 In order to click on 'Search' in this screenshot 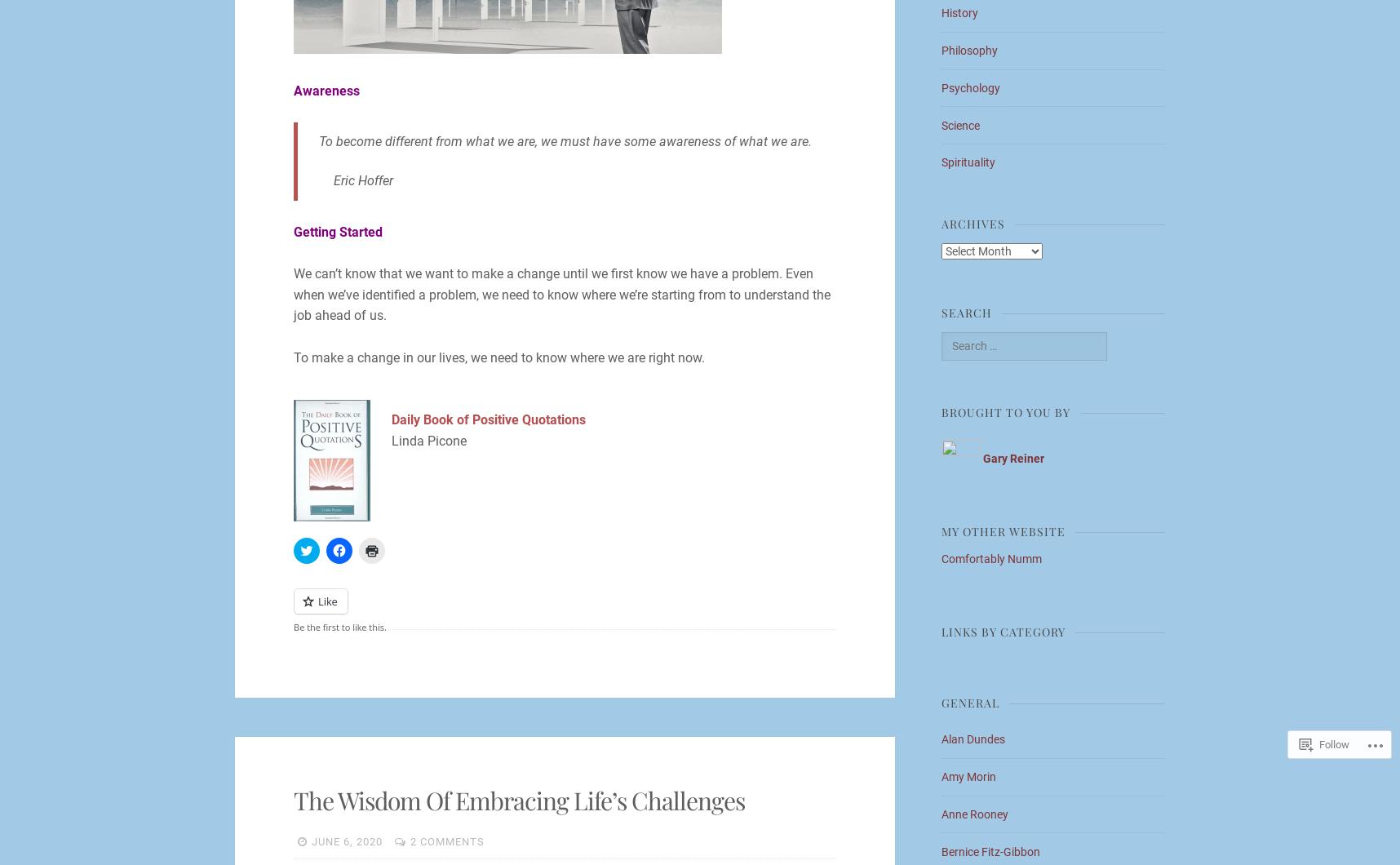, I will do `click(967, 313)`.